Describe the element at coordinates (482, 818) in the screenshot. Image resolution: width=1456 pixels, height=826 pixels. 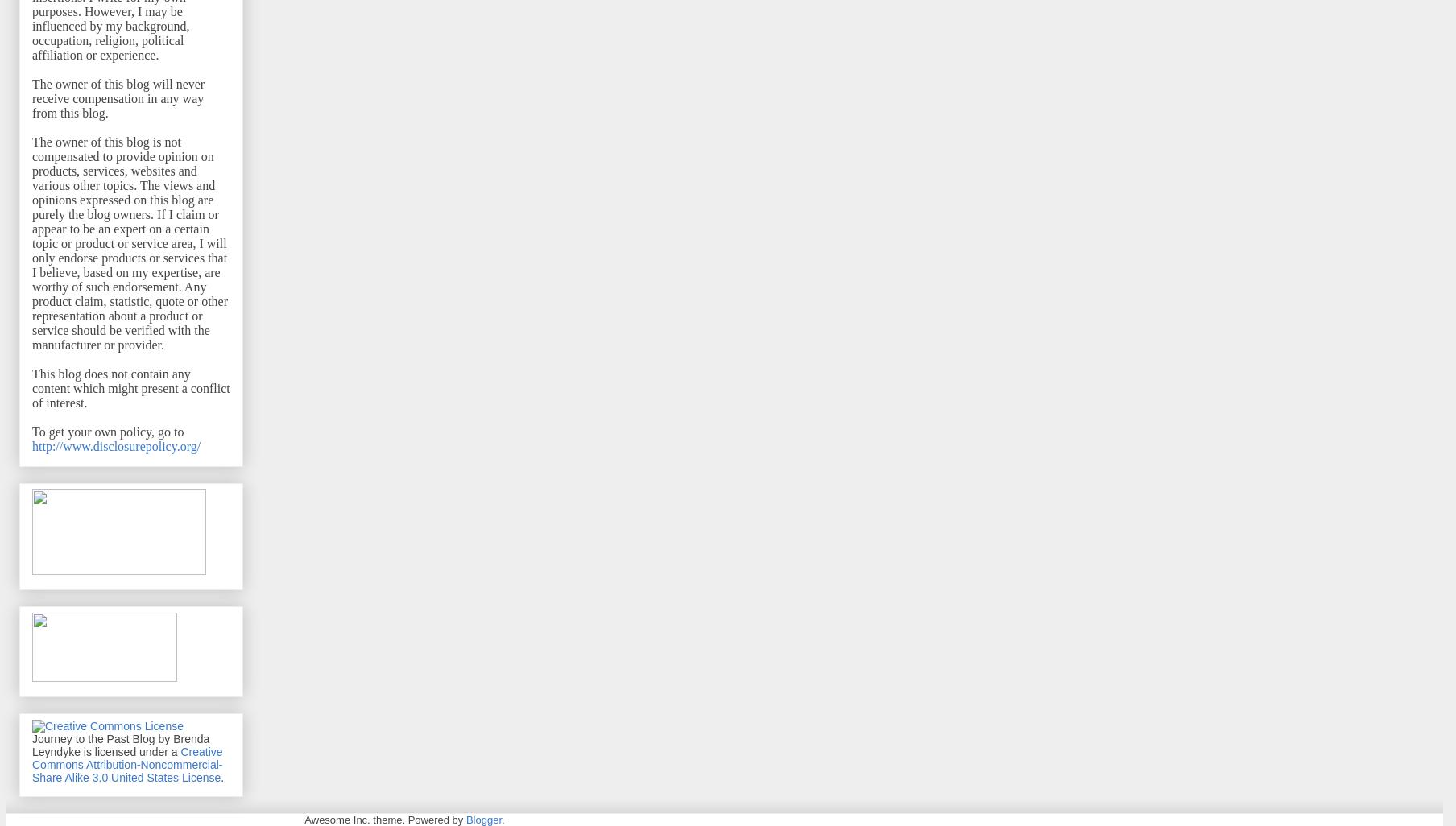
I see `'Blogger'` at that location.